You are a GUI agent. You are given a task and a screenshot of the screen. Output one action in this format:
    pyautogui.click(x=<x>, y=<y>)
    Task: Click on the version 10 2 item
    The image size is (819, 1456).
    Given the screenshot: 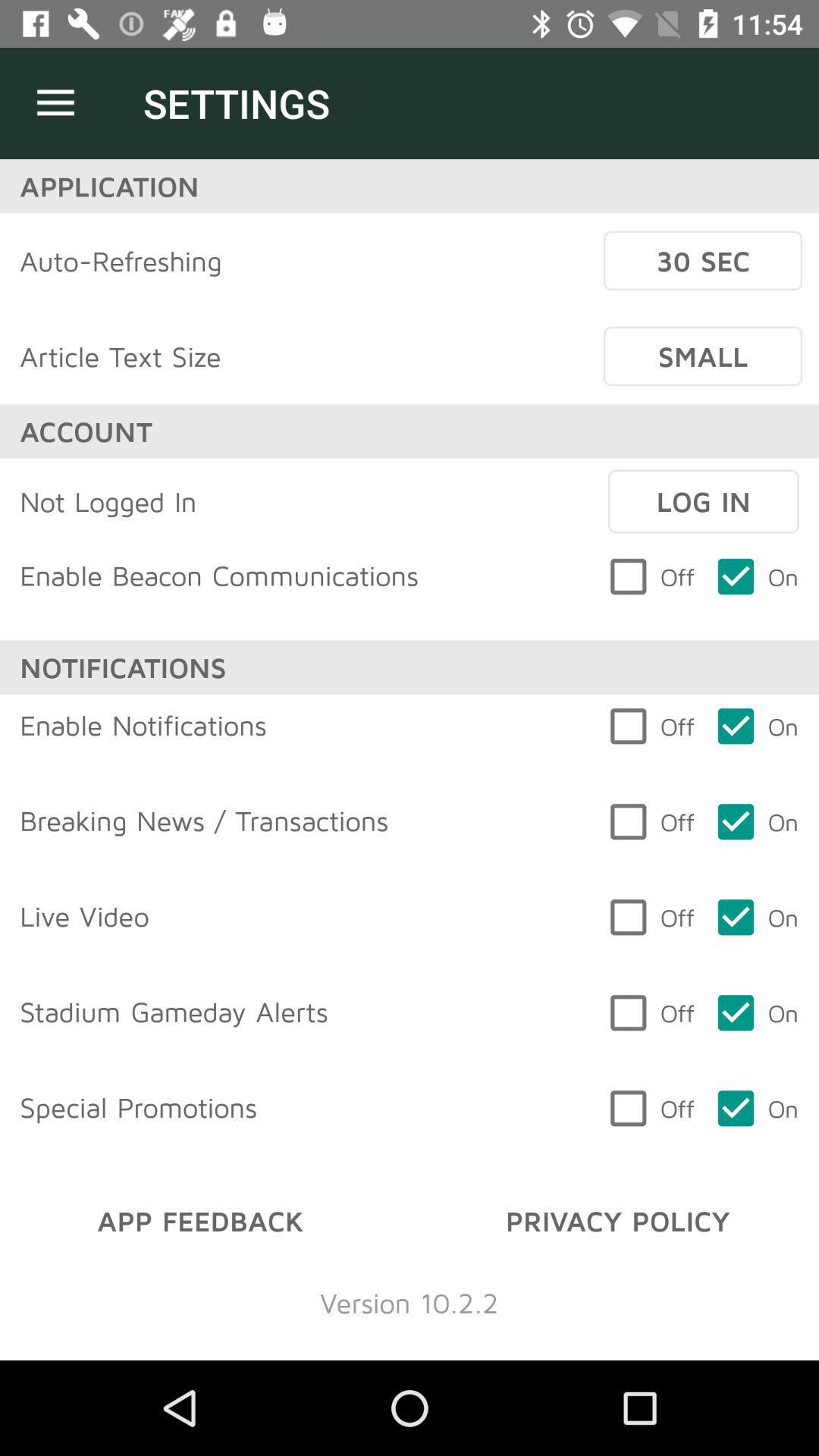 What is the action you would take?
    pyautogui.click(x=408, y=1301)
    